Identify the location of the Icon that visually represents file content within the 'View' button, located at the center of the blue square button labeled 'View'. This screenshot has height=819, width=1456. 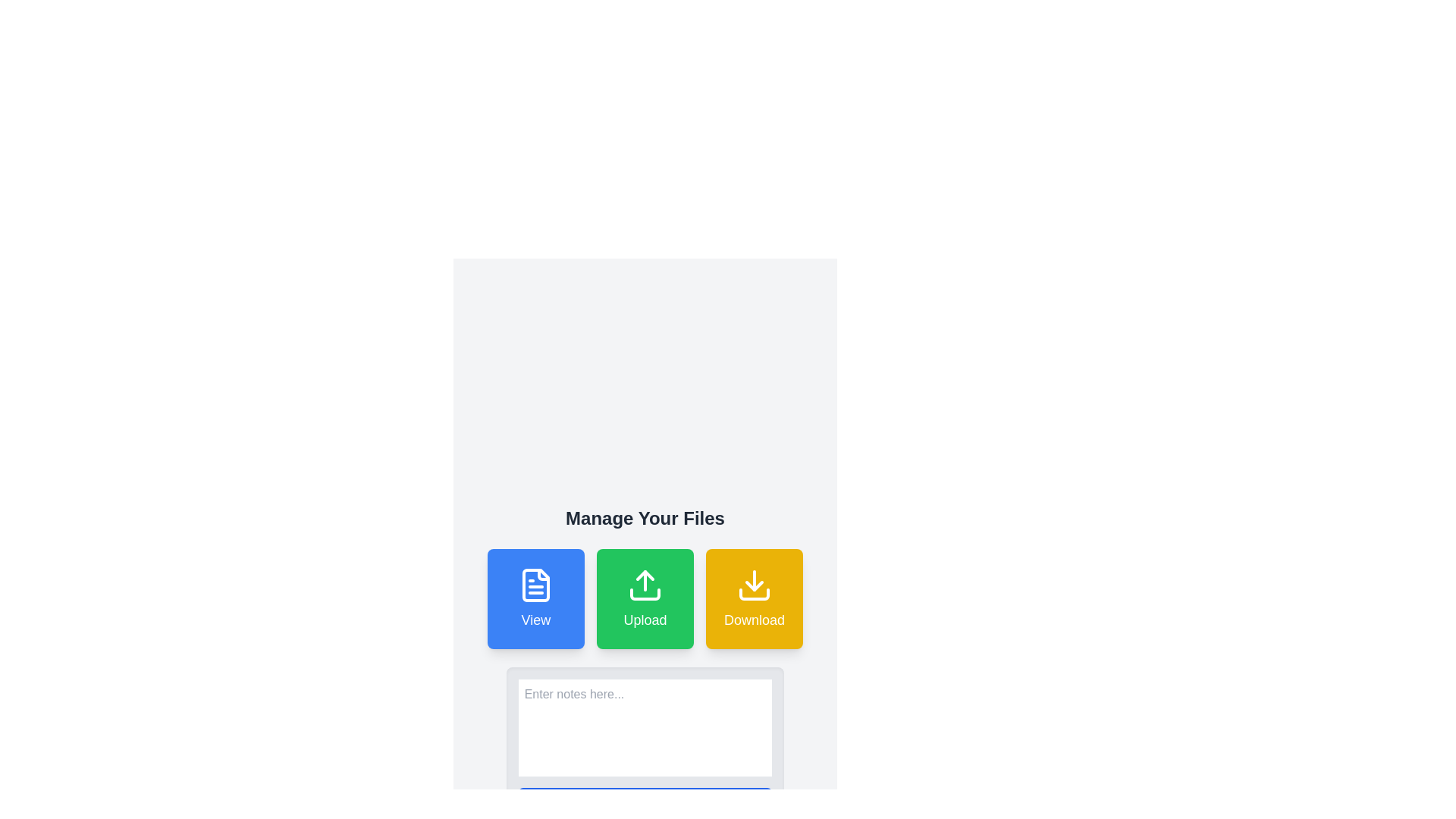
(535, 584).